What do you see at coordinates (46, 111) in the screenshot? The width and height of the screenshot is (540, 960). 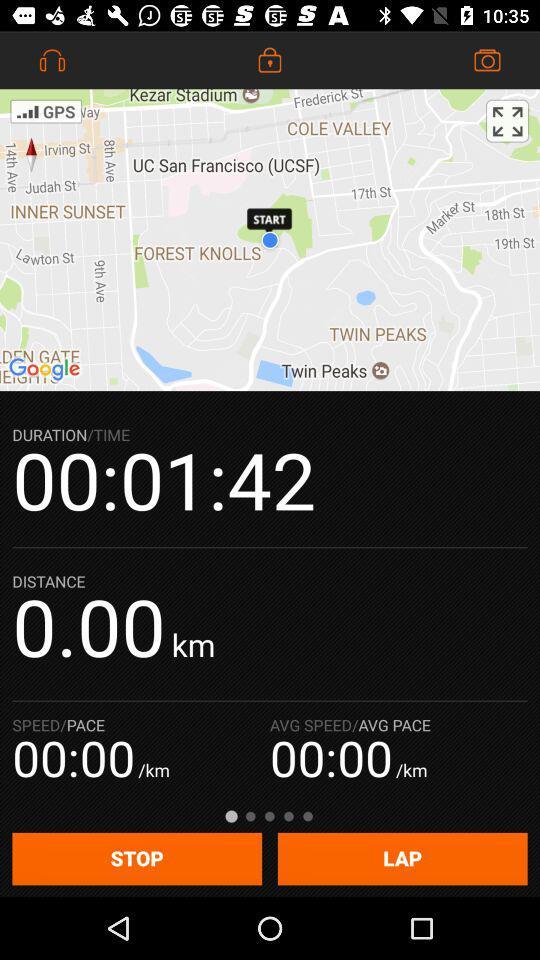 I see `the icon which is below the headphones tag` at bounding box center [46, 111].